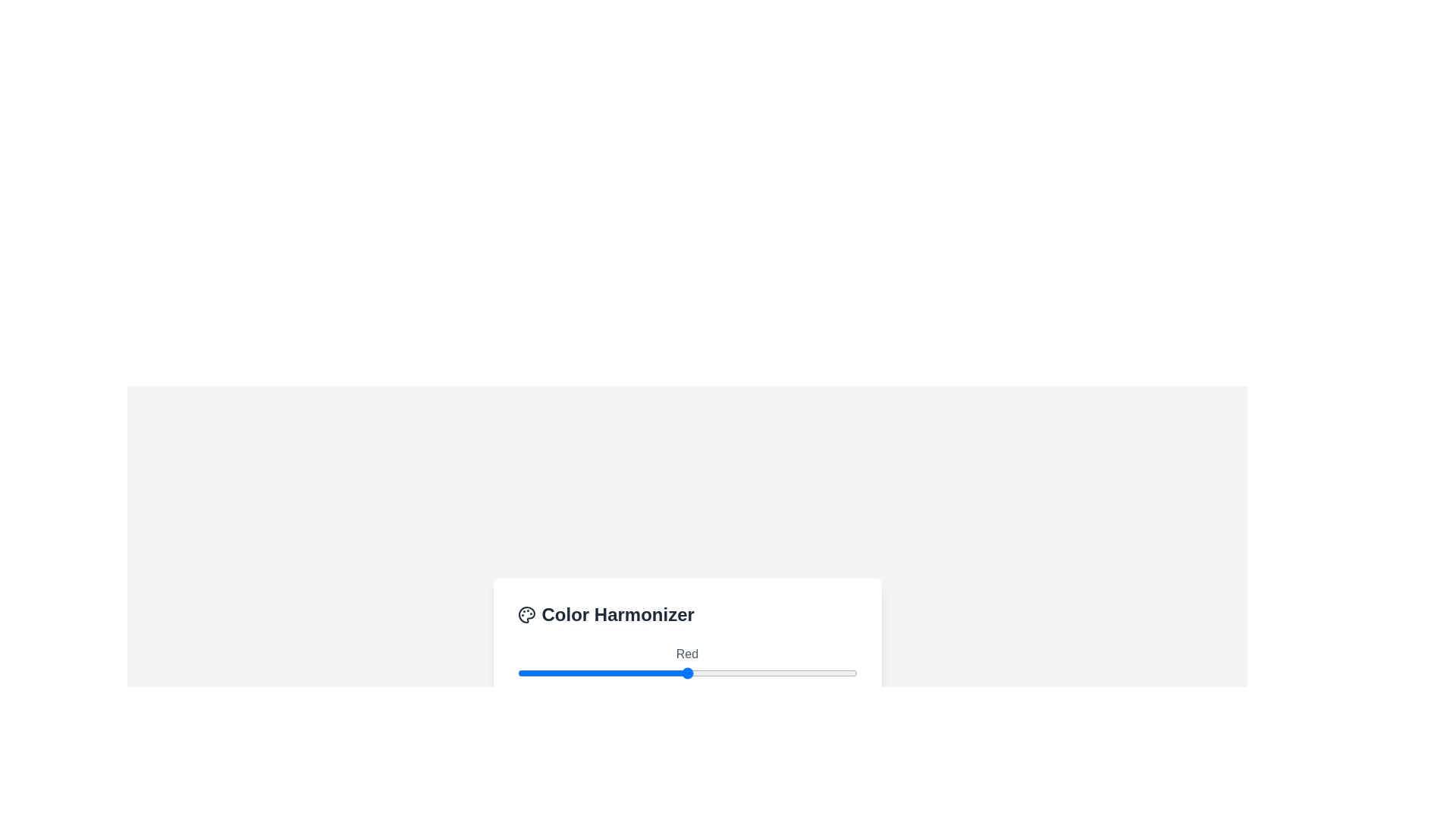 This screenshot has height=819, width=1456. Describe the element at coordinates (805, 672) in the screenshot. I see `the red slider to set its value to 217` at that location.